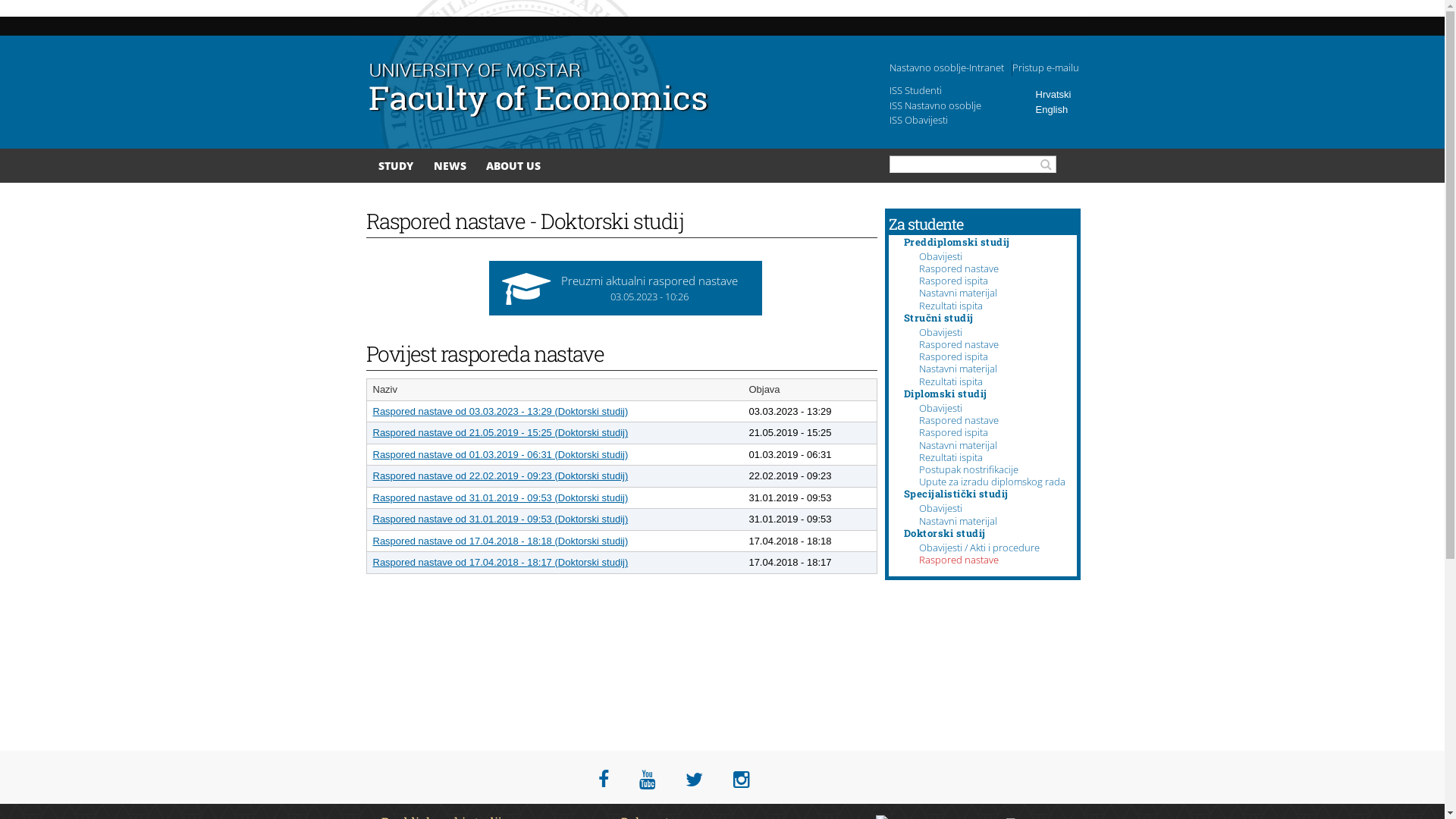  Describe the element at coordinates (958, 268) in the screenshot. I see `'Raspored nastave'` at that location.